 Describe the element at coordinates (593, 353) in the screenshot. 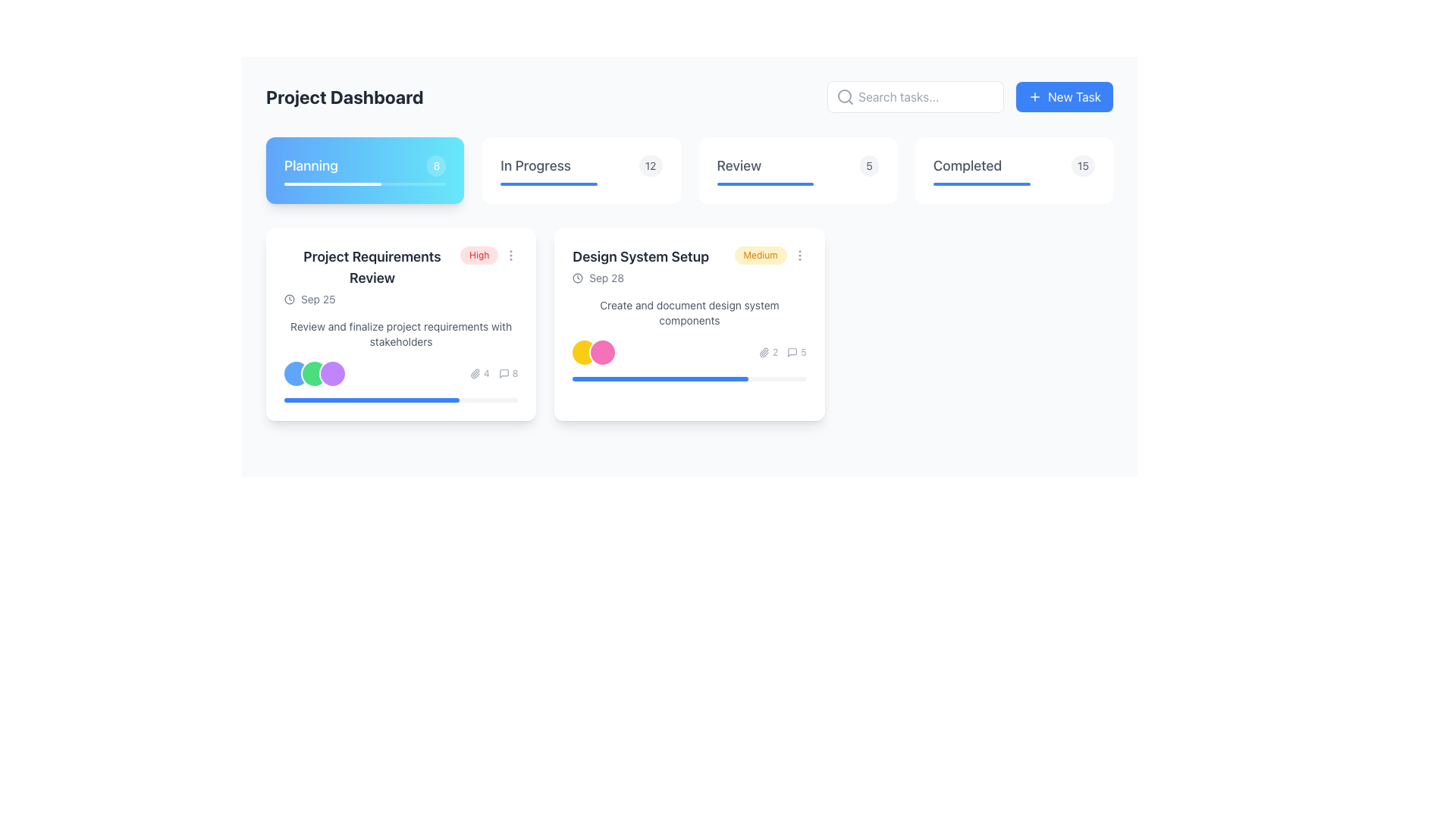

I see `the user avatar group located in the bottom-left section of the 'Design System Setup' card` at that location.